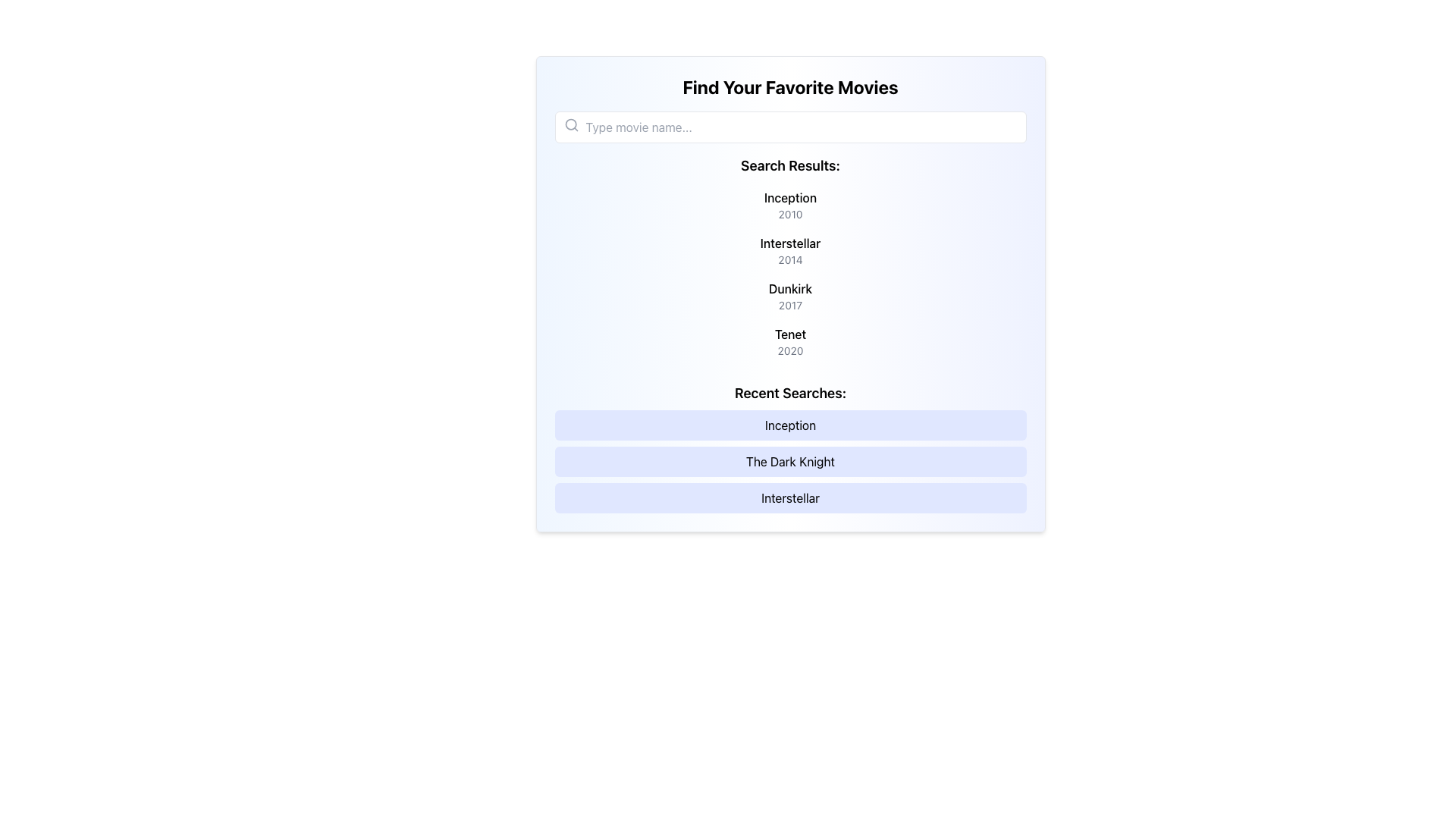 The height and width of the screenshot is (819, 1456). Describe the element at coordinates (789, 497) in the screenshot. I see `the button displaying the previously searched term 'Interstellar' to revisit the search results` at that location.